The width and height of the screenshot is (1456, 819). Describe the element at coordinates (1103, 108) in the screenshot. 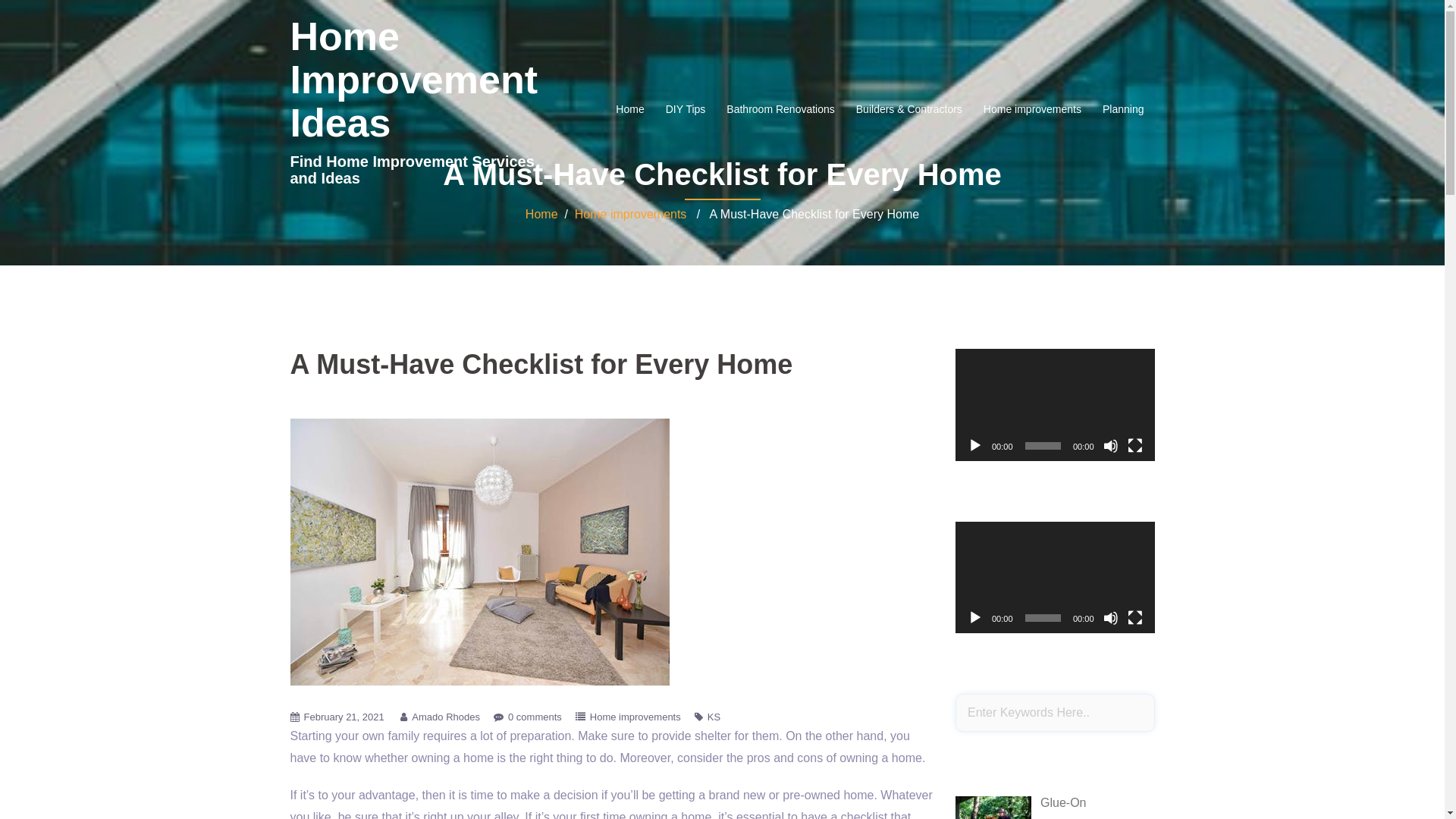

I see `'Planning'` at that location.